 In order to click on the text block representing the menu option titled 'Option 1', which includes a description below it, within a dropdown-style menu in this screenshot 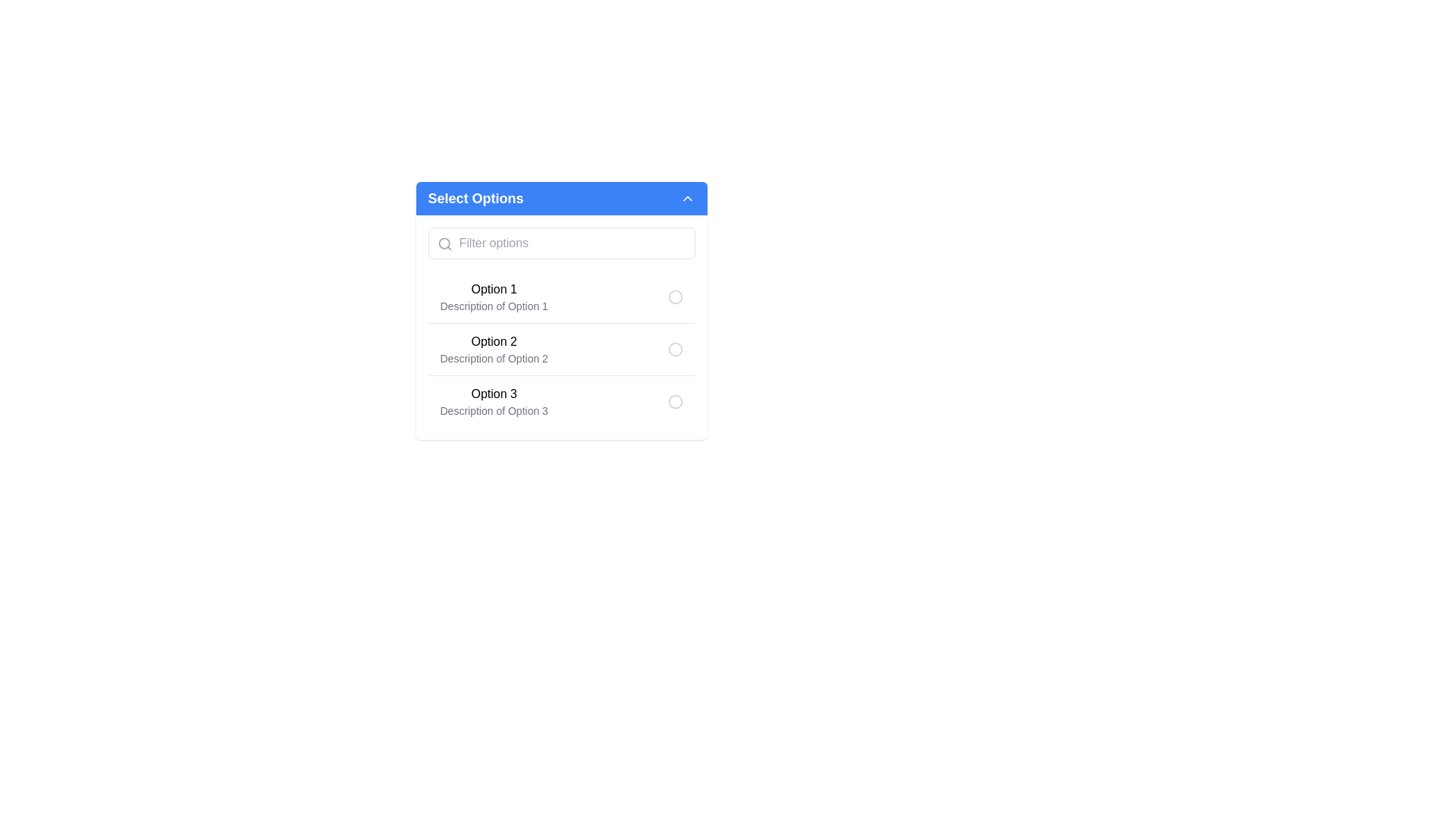, I will do `click(494, 297)`.